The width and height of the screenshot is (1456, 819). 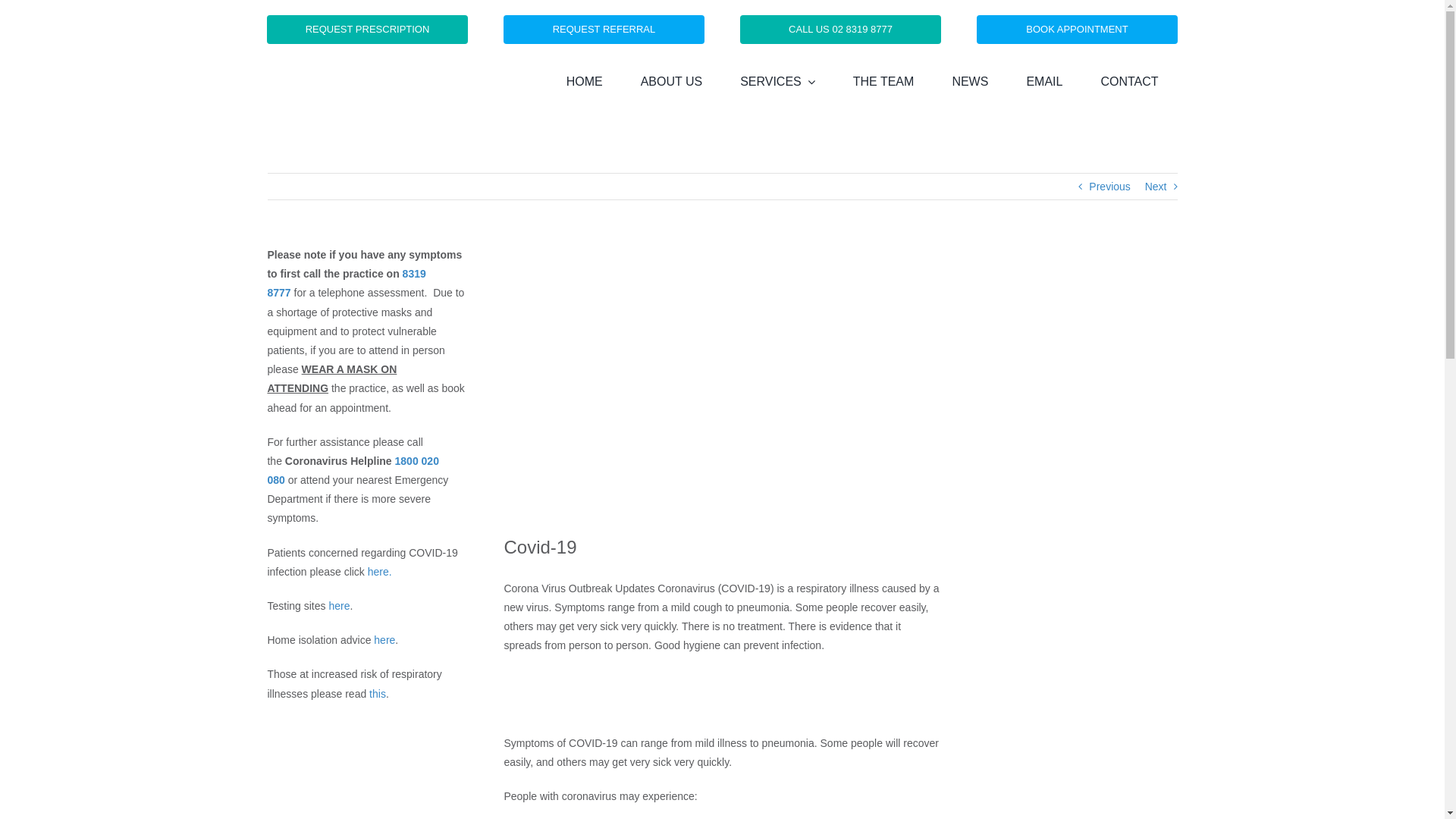 What do you see at coordinates (369, 693) in the screenshot?
I see `'this'` at bounding box center [369, 693].